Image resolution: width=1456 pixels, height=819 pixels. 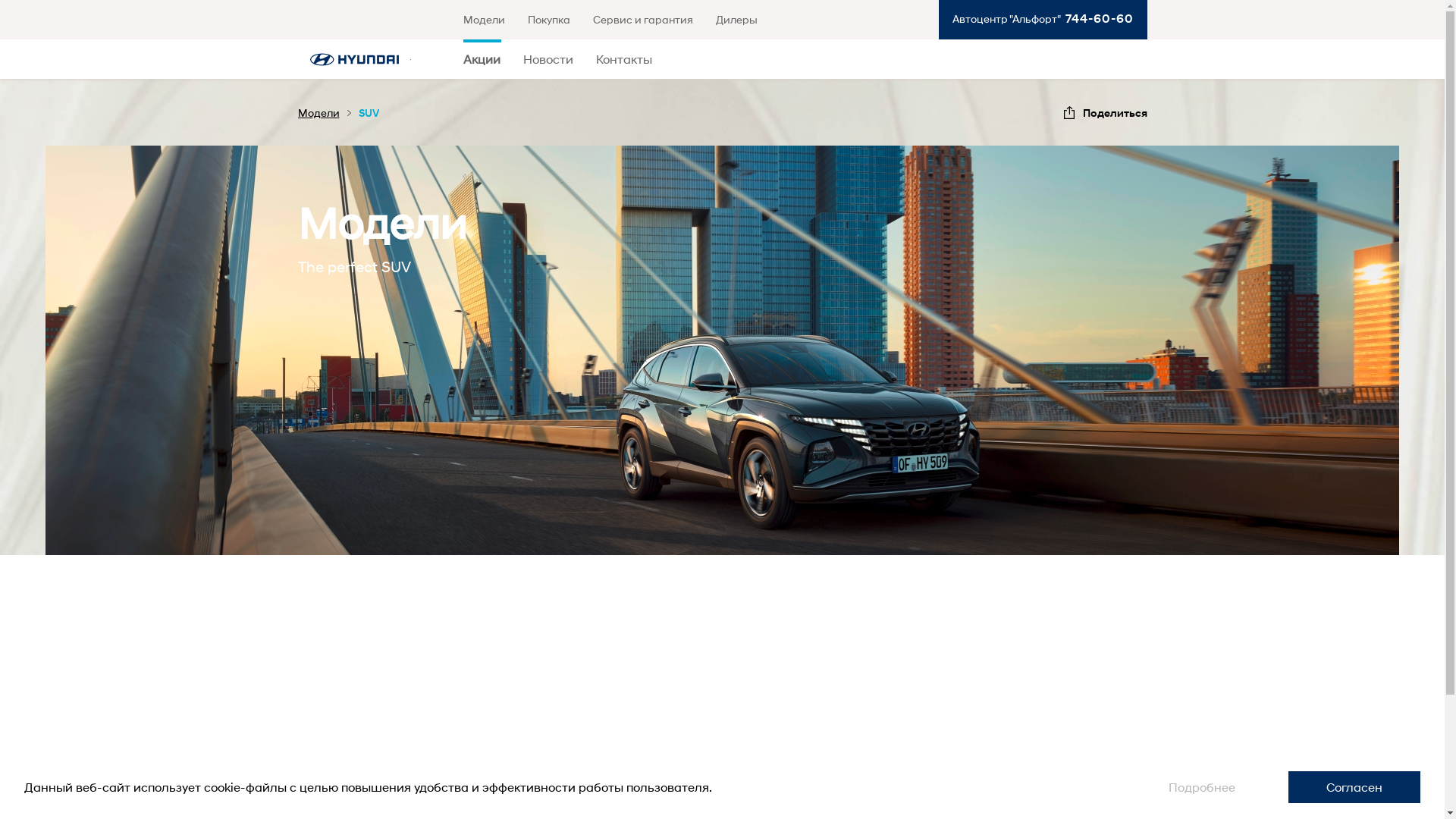 I want to click on 'SUV', so click(x=368, y=111).